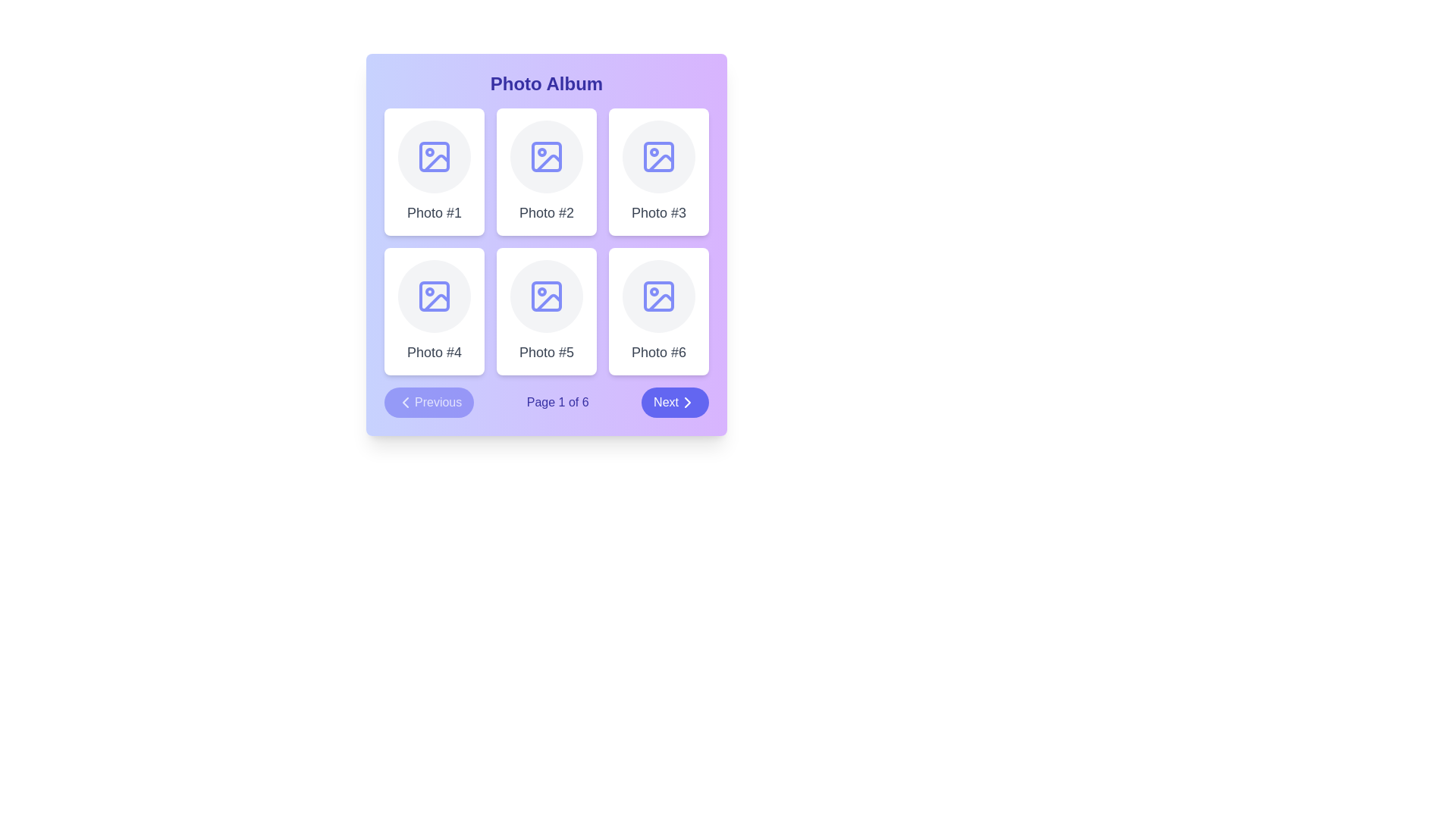  I want to click on the first card in the photo album interface, so click(433, 171).